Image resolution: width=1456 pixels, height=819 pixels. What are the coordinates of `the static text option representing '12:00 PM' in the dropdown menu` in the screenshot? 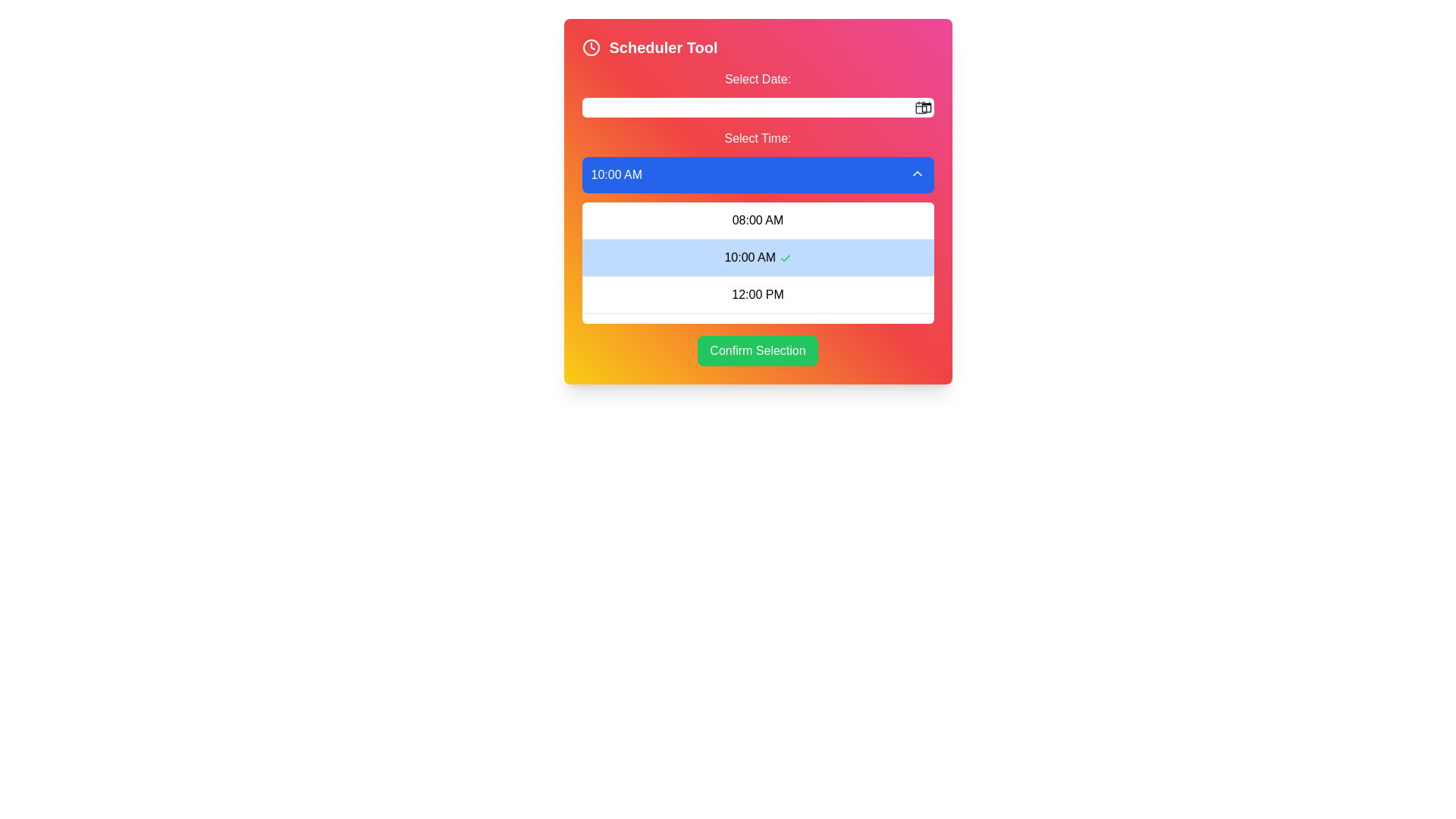 It's located at (758, 294).